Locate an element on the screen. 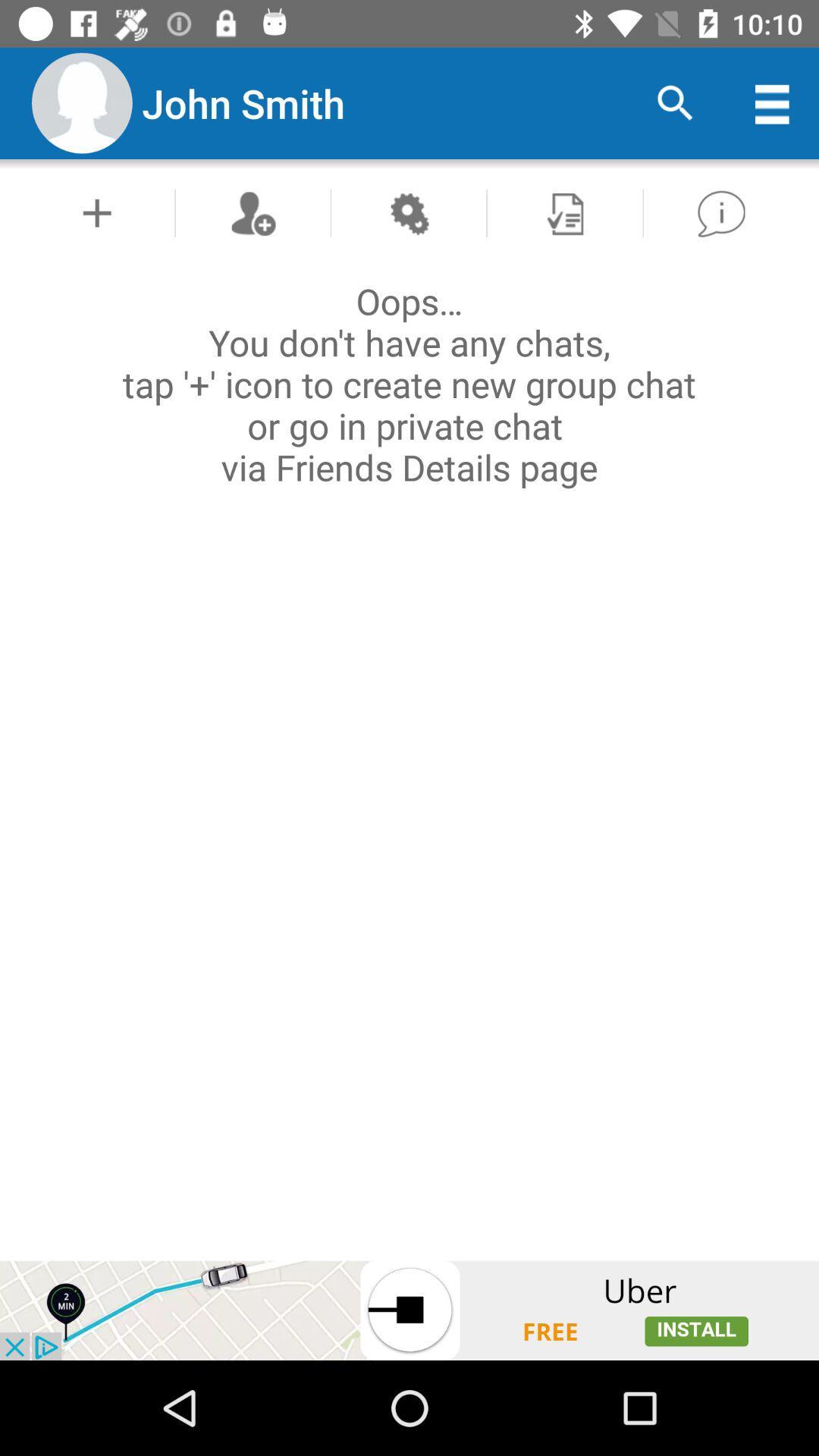 This screenshot has height=1456, width=819. the description icon is located at coordinates (564, 212).